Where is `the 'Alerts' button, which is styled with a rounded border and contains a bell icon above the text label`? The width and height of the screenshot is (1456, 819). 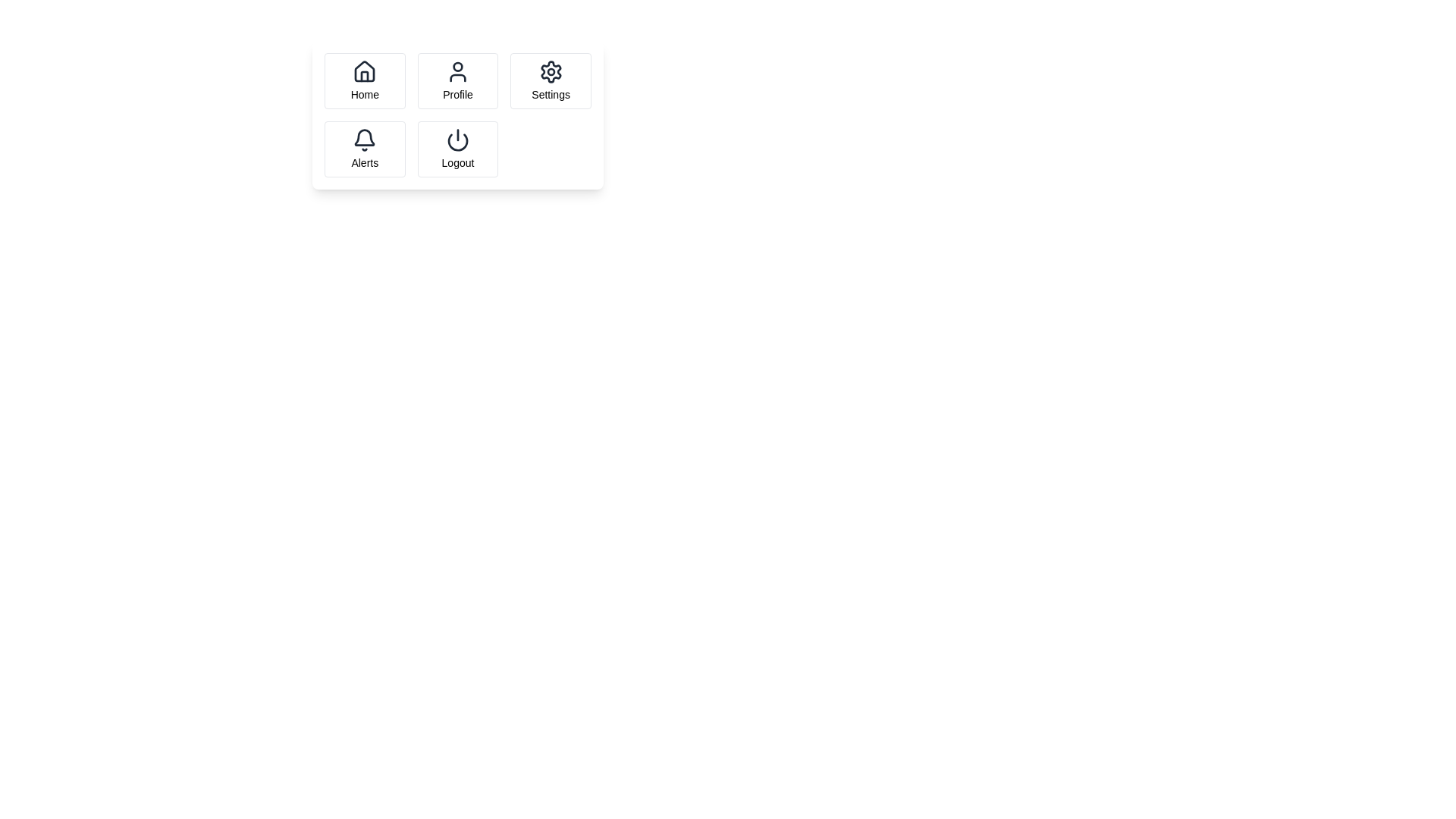
the 'Alerts' button, which is styled with a rounded border and contains a bell icon above the text label is located at coordinates (365, 149).